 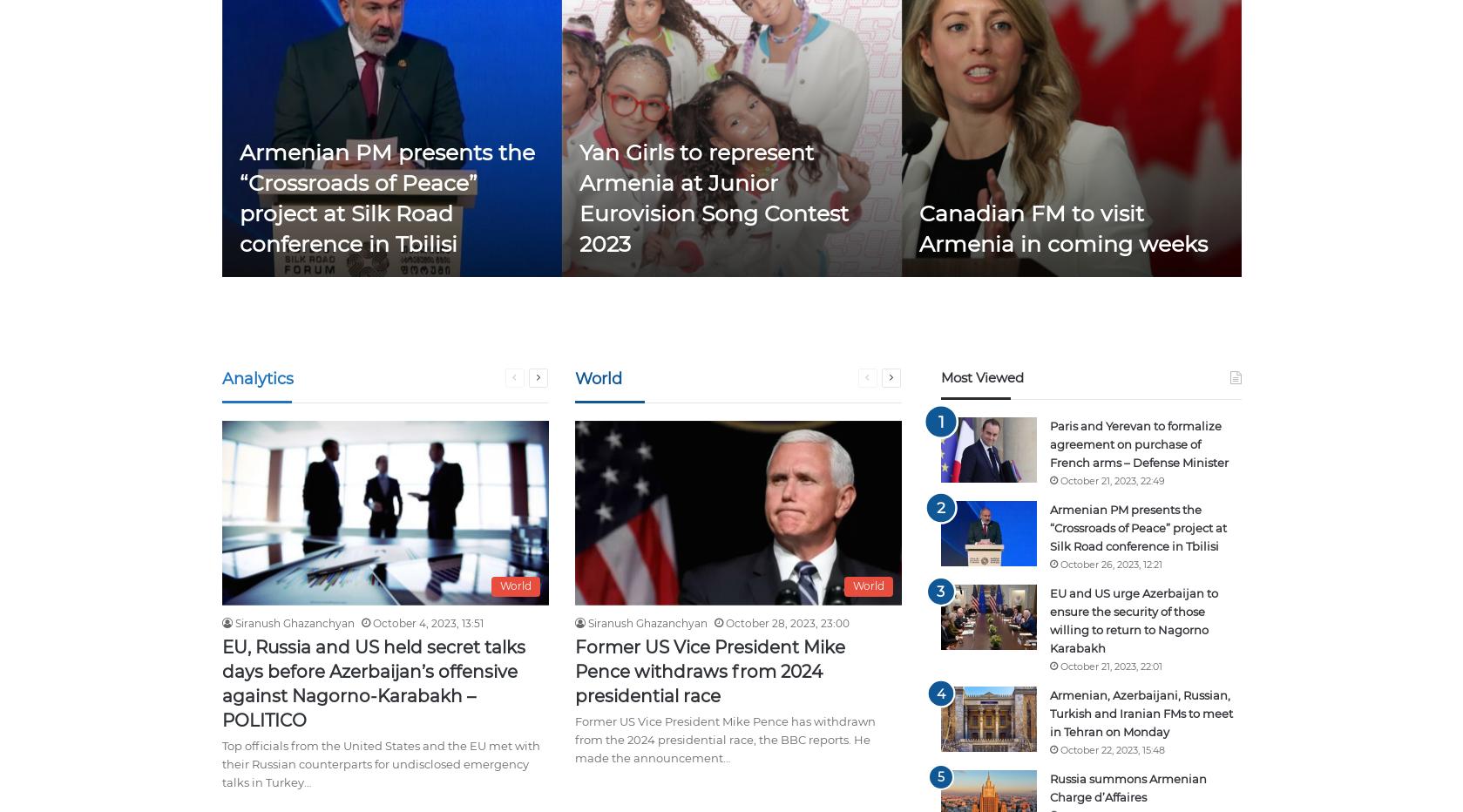 I want to click on 'October 26, 2023, 12:21', so click(x=1058, y=563).